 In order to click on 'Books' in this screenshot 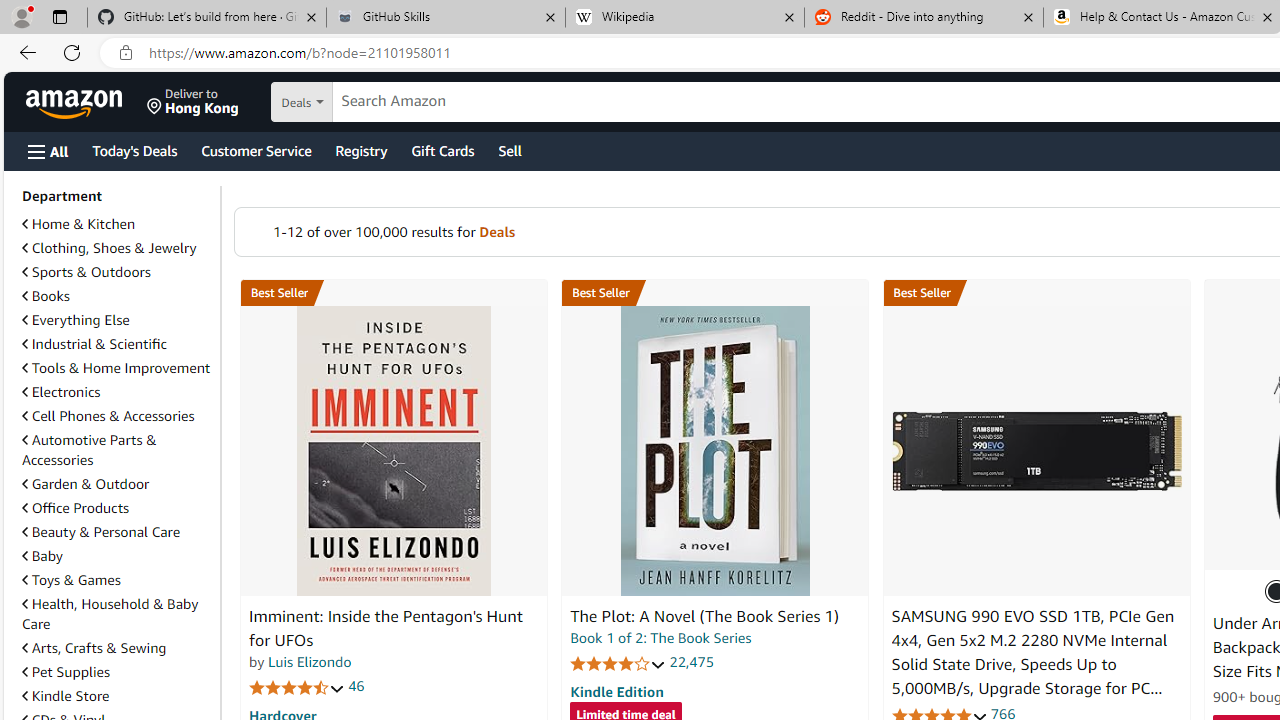, I will do `click(46, 296)`.